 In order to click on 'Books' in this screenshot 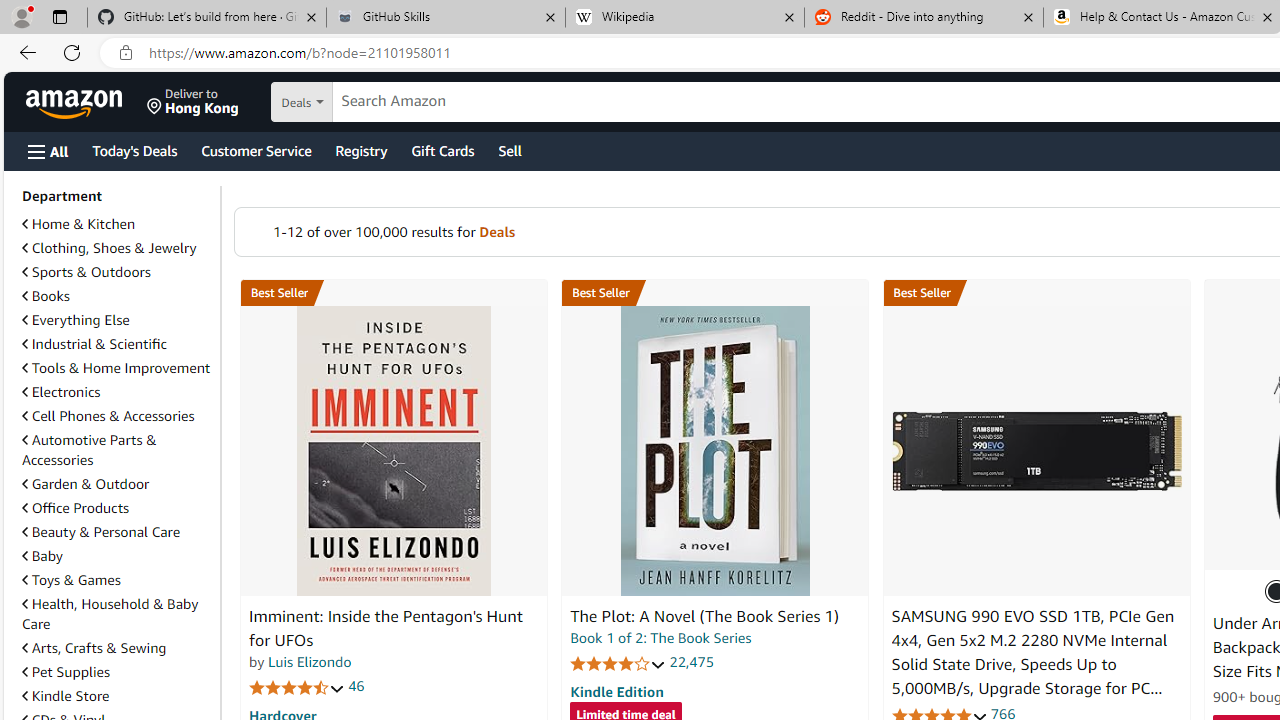, I will do `click(46, 296)`.